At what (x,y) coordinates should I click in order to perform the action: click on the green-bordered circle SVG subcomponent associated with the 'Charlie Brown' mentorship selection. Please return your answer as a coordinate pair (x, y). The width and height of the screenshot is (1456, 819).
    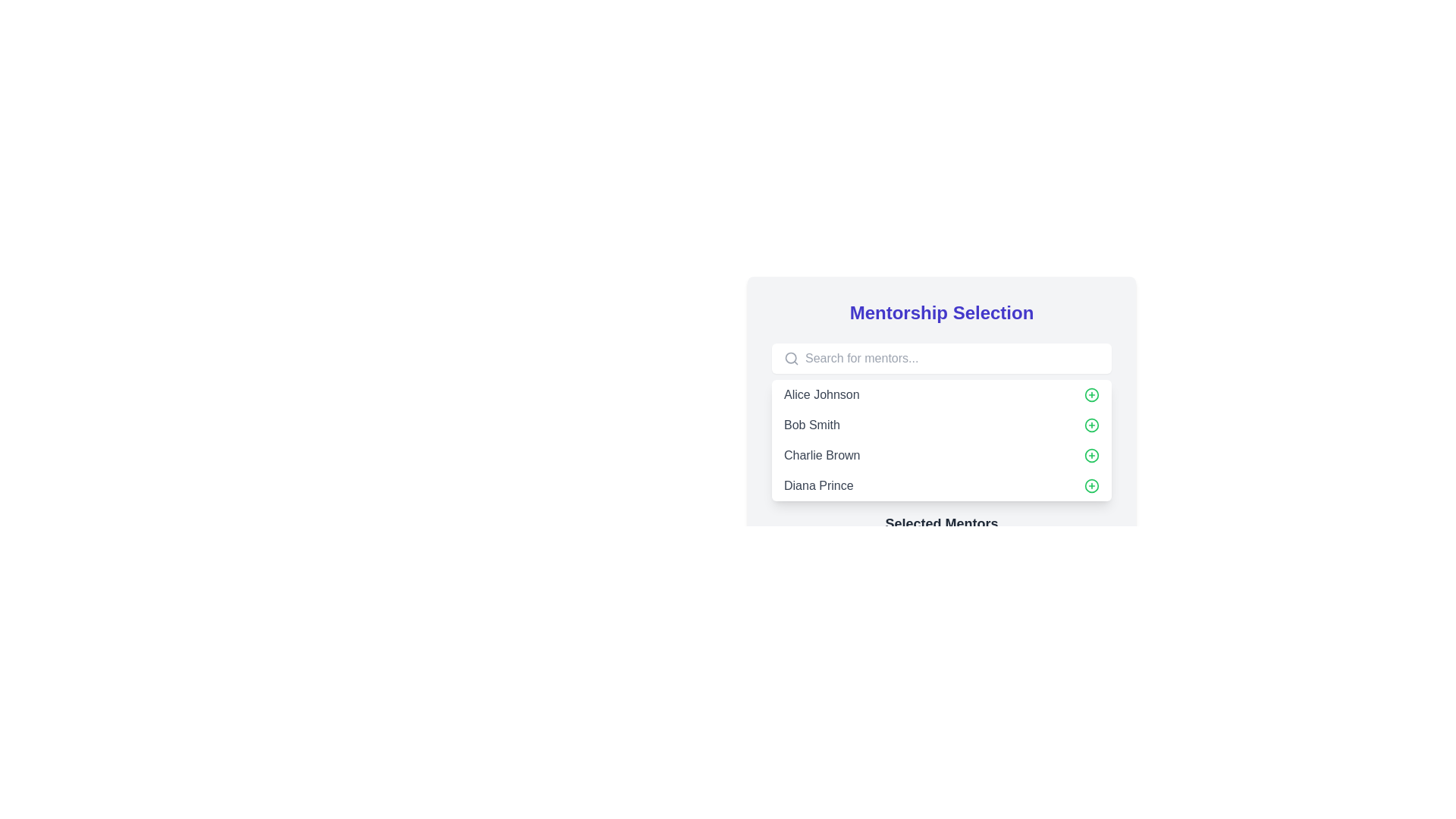
    Looking at the image, I should click on (1092, 455).